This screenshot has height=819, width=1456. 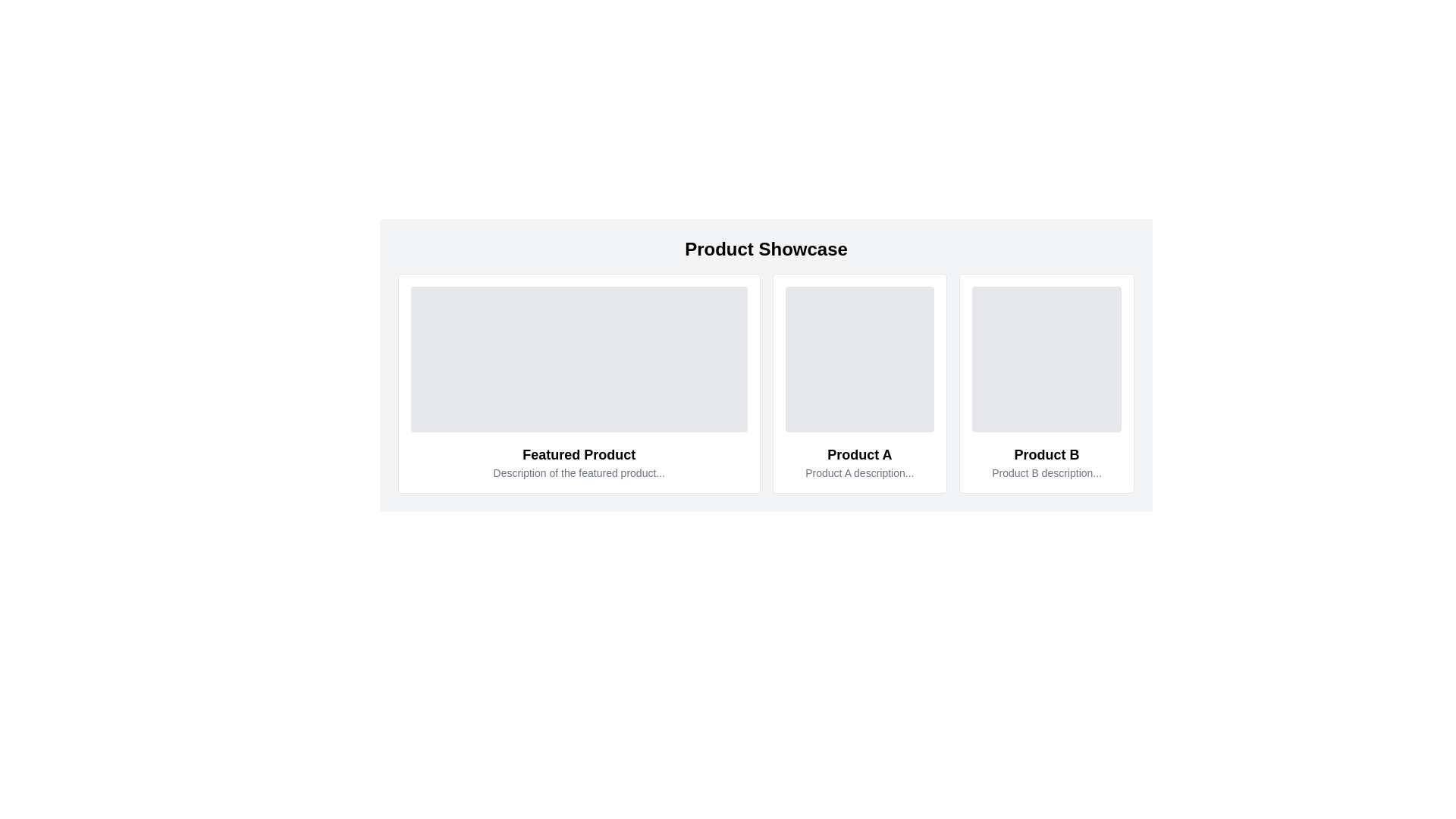 What do you see at coordinates (859, 454) in the screenshot?
I see `the text label that serves as a title or header for the product in the middle column of the 'Product Showcase' section, located below the image placeholder and above the descriptive text block` at bounding box center [859, 454].